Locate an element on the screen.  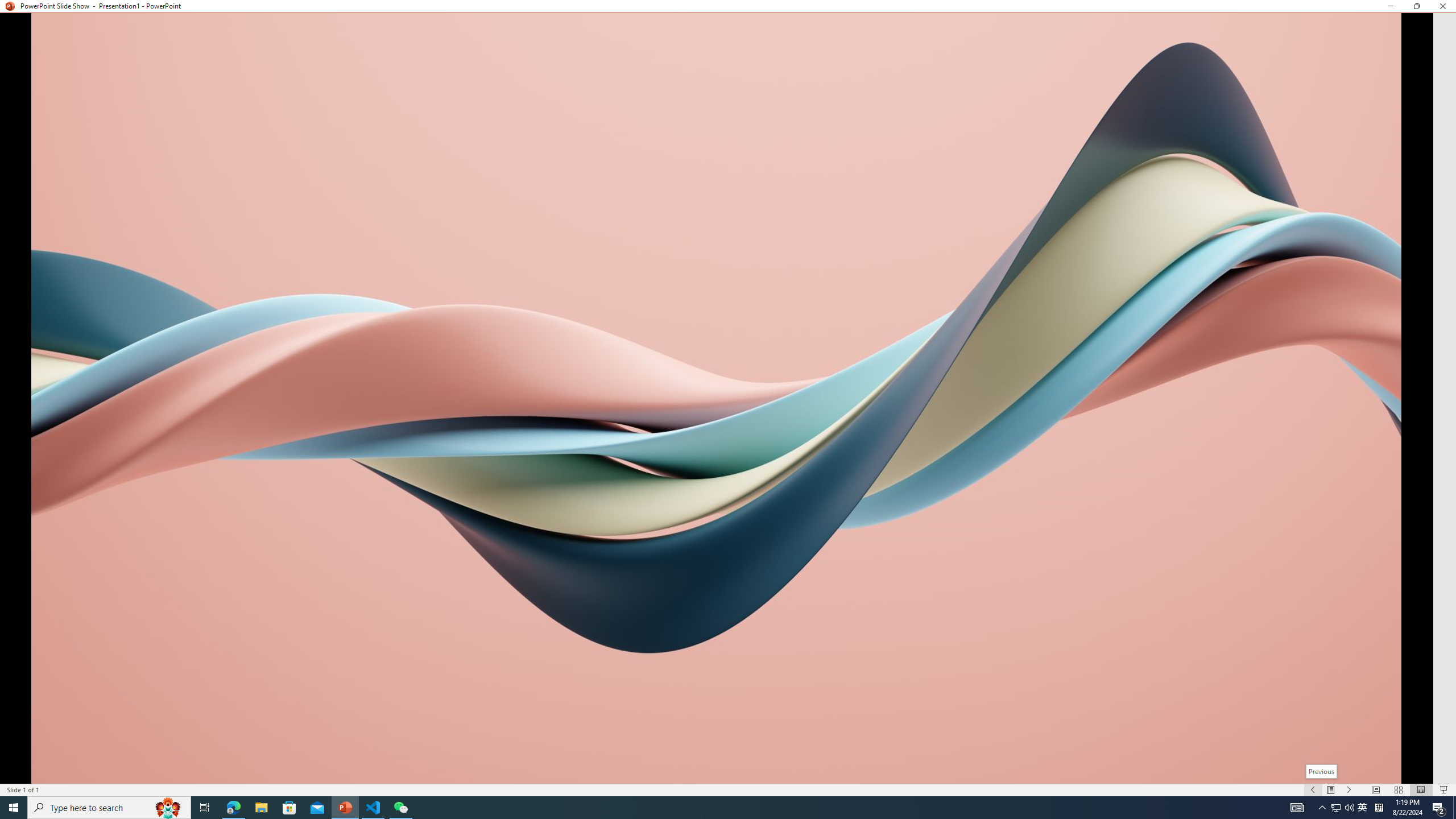
'Slide Show Next On' is located at coordinates (1349, 790).